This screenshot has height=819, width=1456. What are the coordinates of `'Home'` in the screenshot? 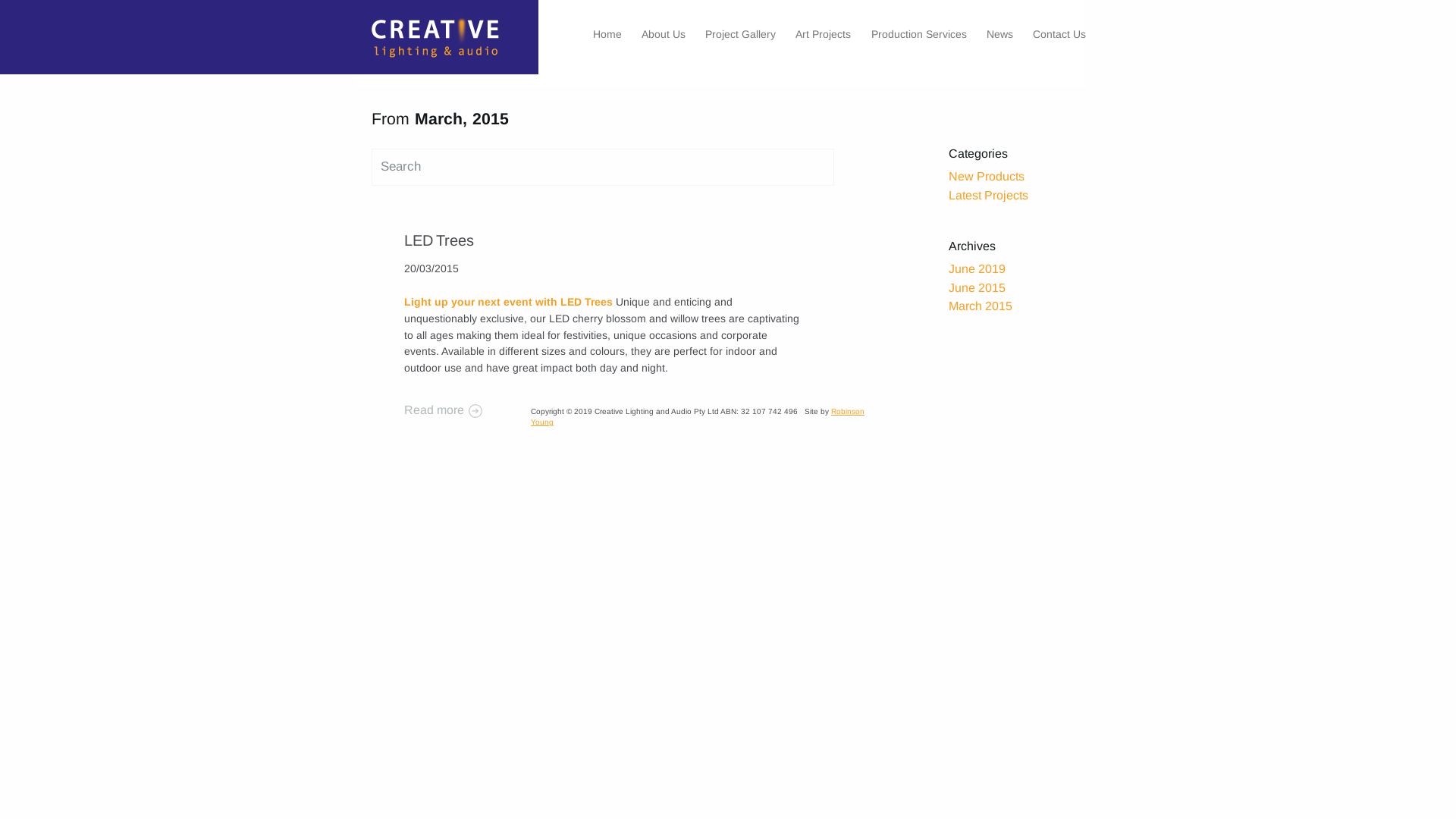 It's located at (356, 40).